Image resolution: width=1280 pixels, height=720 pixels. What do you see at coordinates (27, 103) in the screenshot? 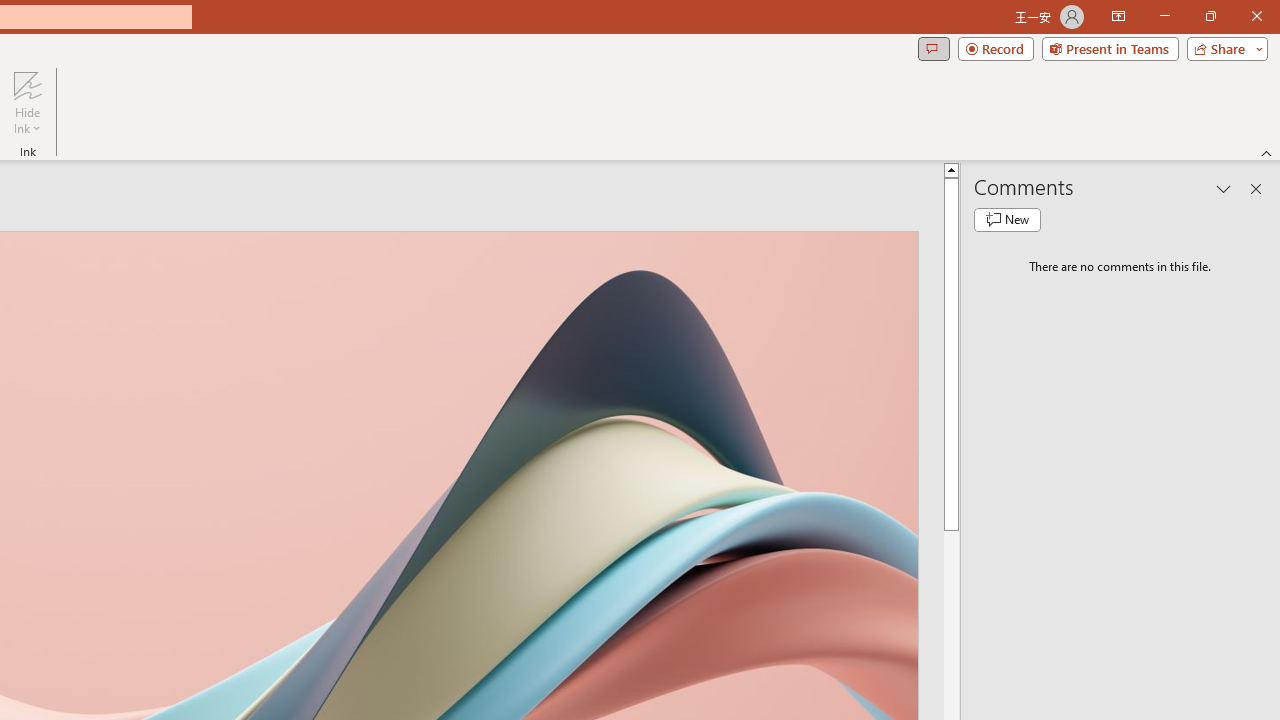
I see `'Hide Ink'` at bounding box center [27, 103].